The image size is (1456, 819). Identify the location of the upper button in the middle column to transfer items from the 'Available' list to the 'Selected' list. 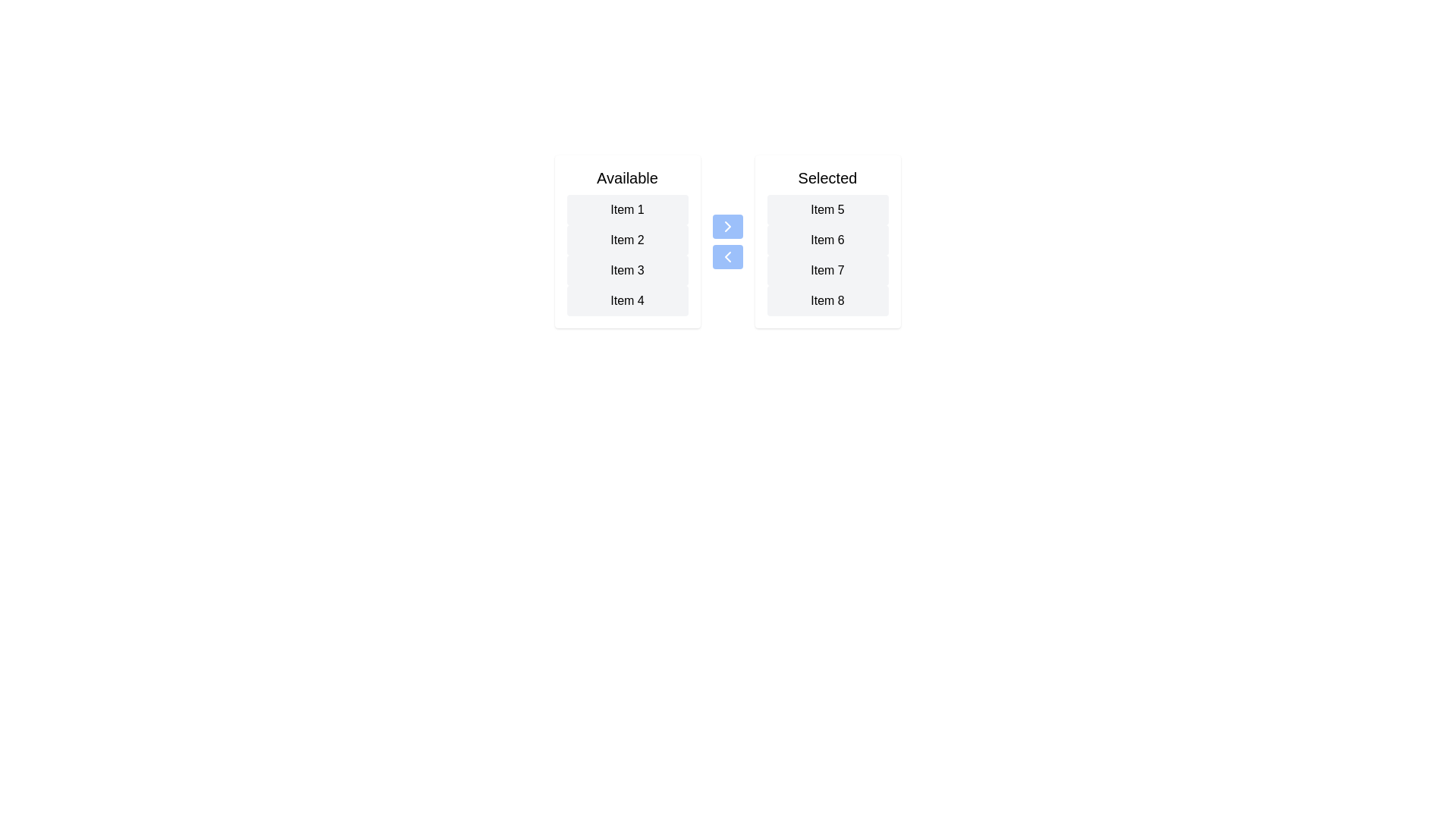
(726, 227).